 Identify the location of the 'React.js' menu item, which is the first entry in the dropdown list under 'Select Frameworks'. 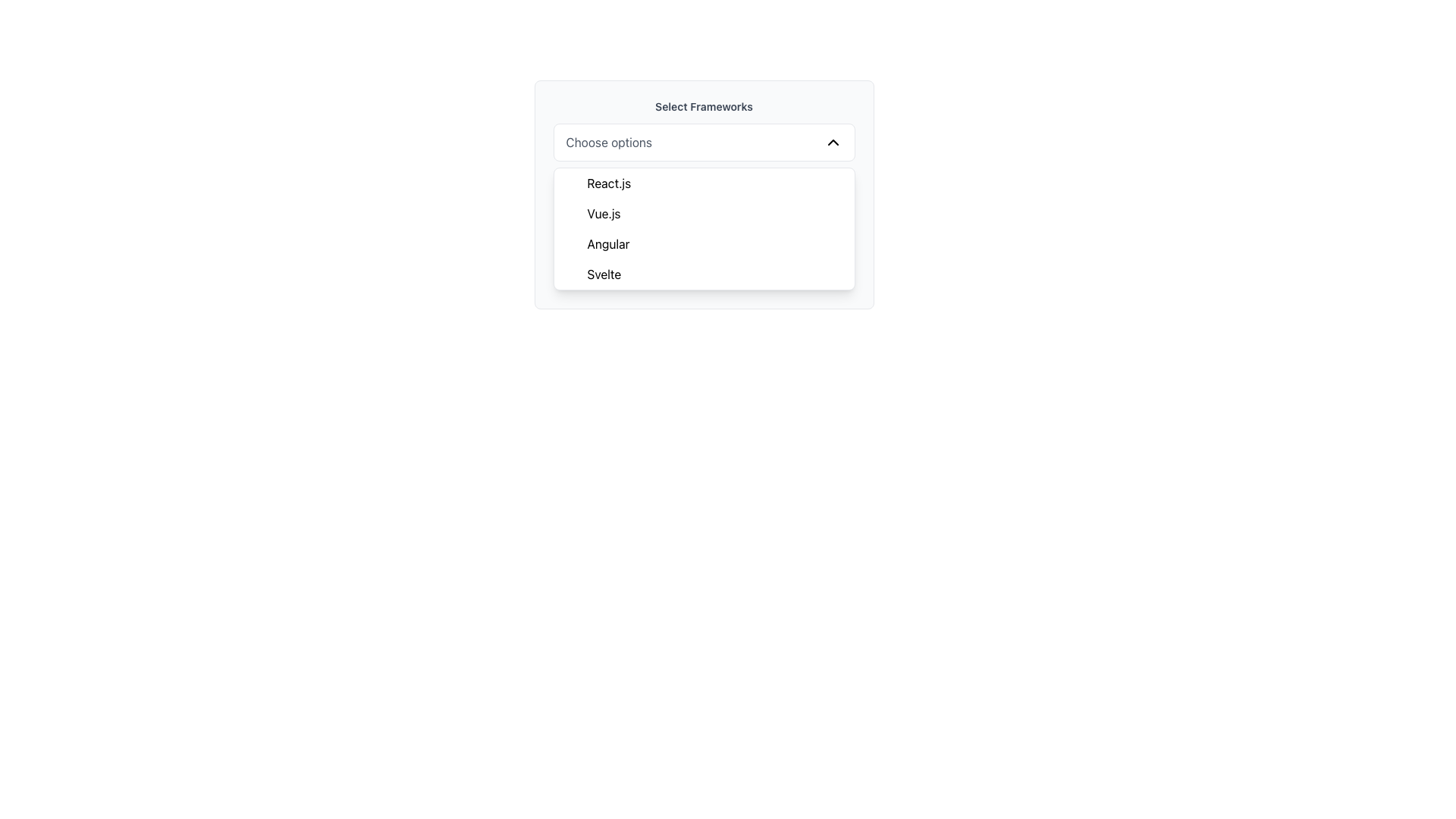
(703, 183).